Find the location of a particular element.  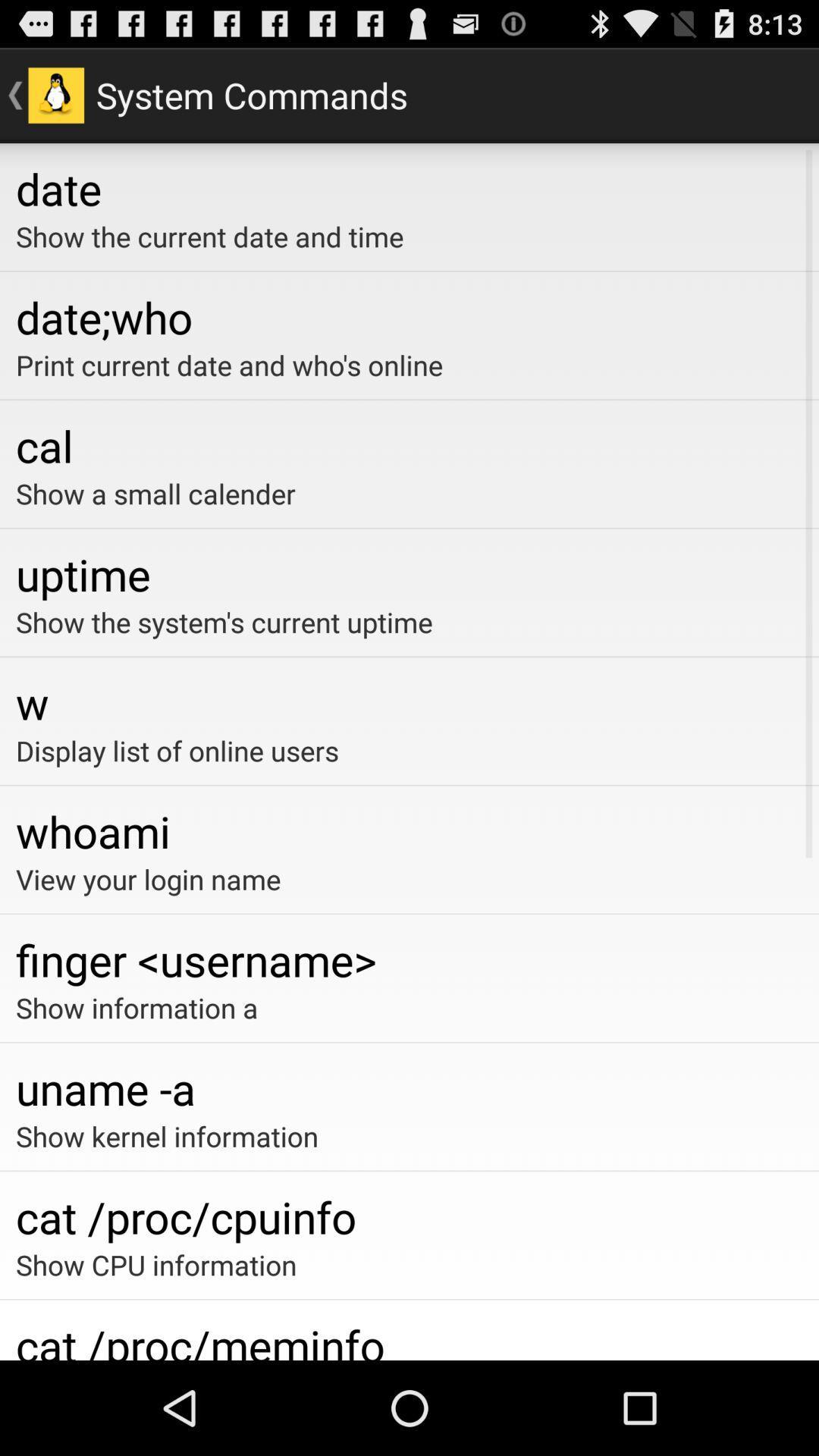

w item is located at coordinates (409, 701).